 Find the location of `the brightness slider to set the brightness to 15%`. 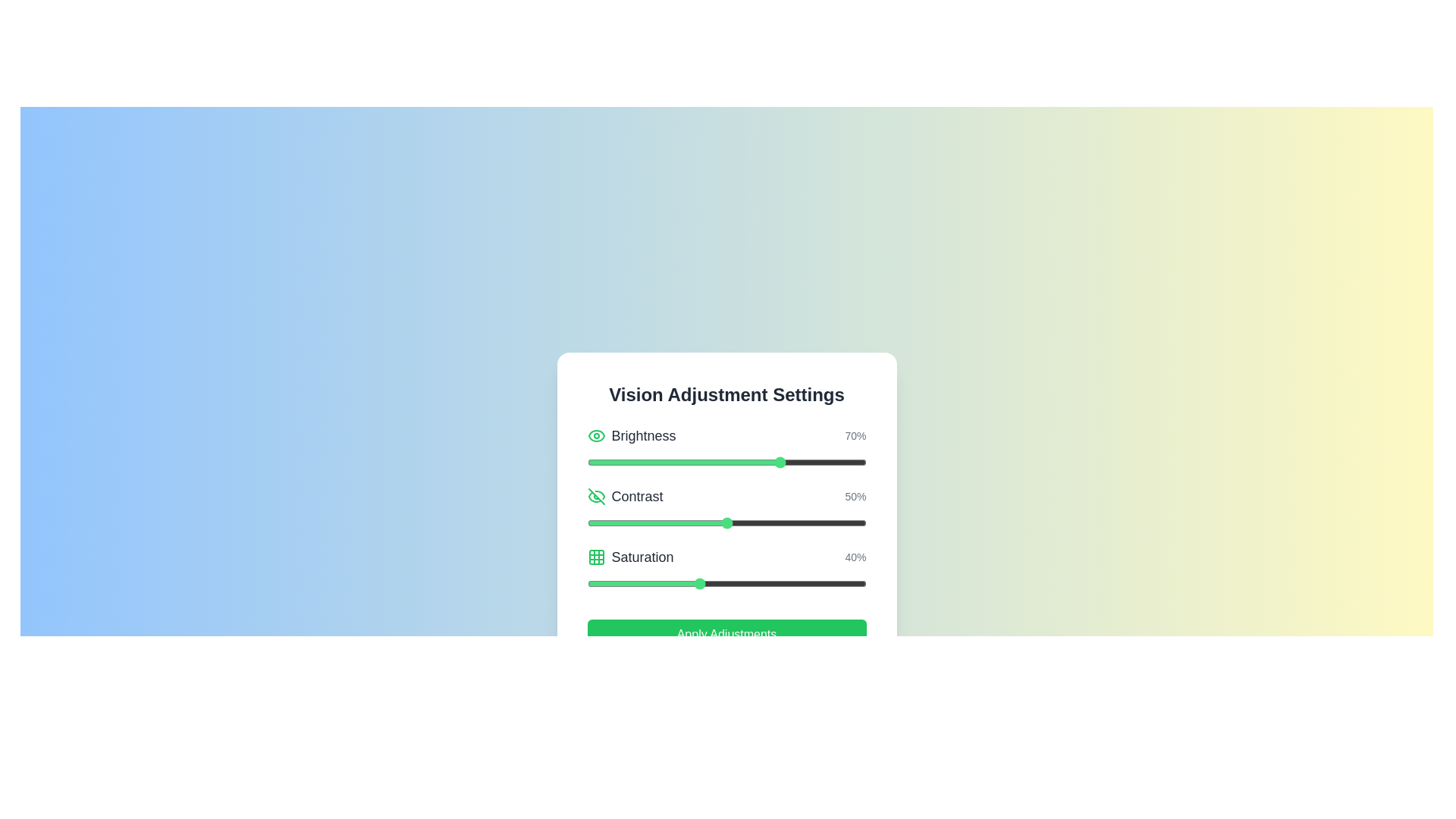

the brightness slider to set the brightness to 15% is located at coordinates (629, 461).